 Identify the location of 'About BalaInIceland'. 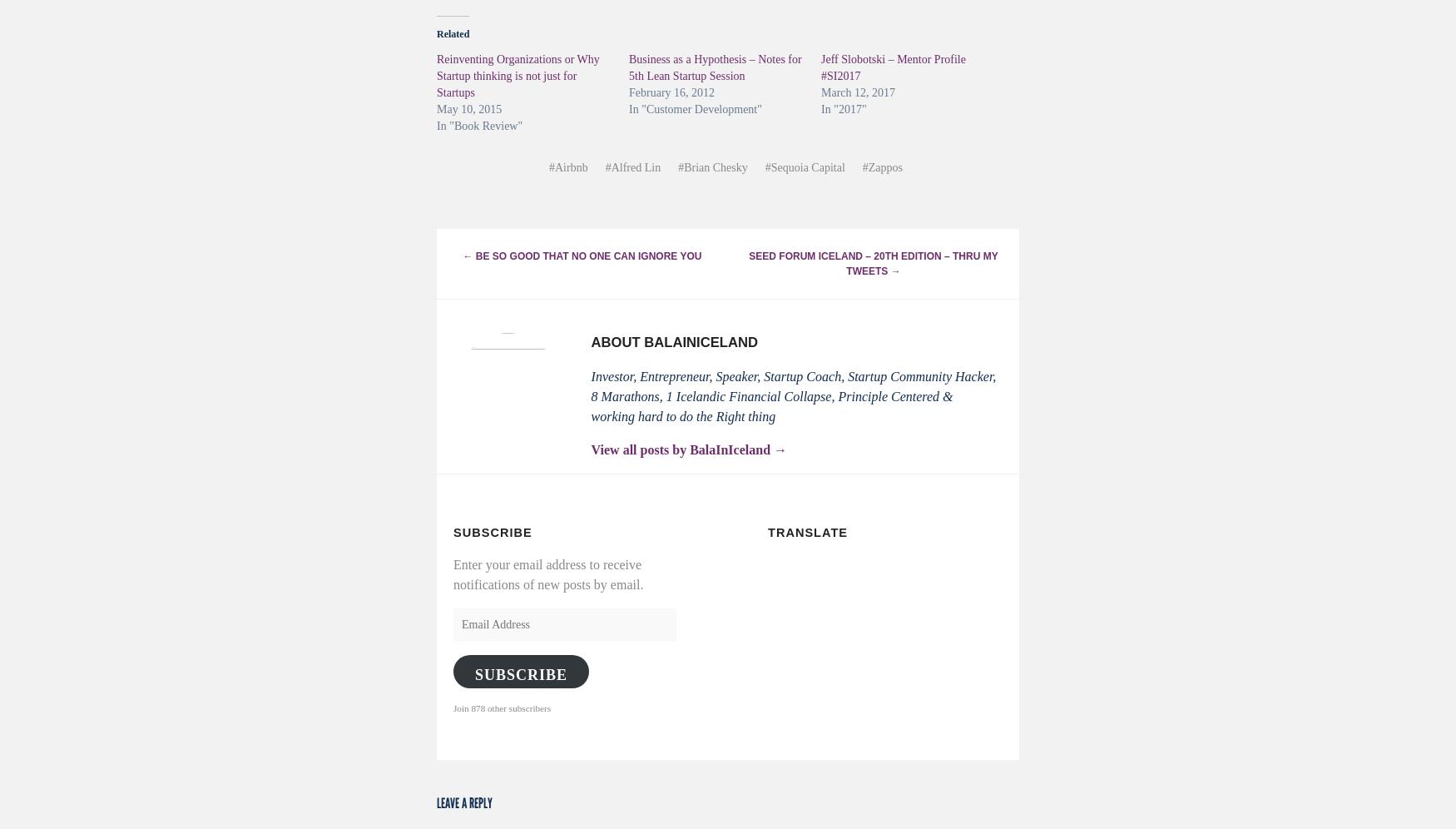
(673, 340).